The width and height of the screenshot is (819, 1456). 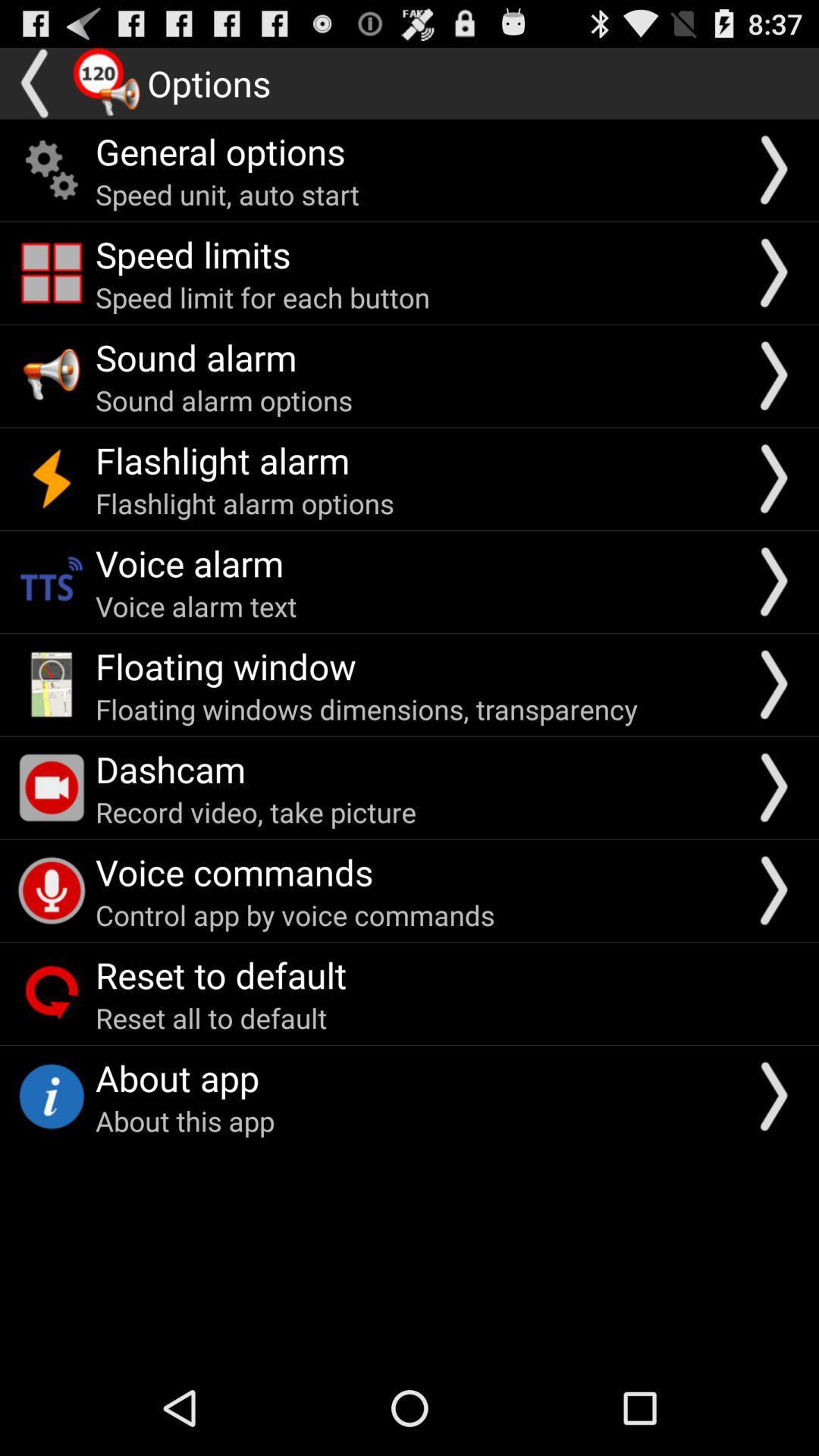 What do you see at coordinates (227, 193) in the screenshot?
I see `item below general options` at bounding box center [227, 193].